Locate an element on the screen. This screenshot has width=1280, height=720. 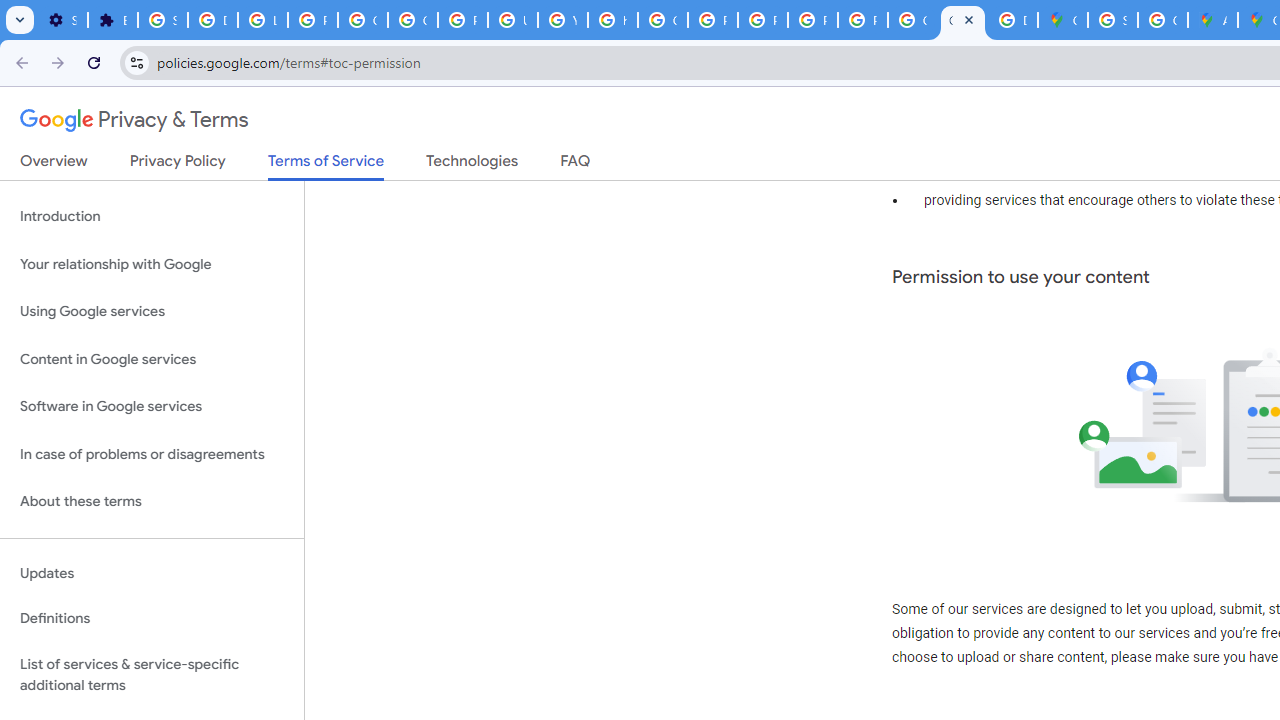
'Settings - On startup' is located at coordinates (62, 20).